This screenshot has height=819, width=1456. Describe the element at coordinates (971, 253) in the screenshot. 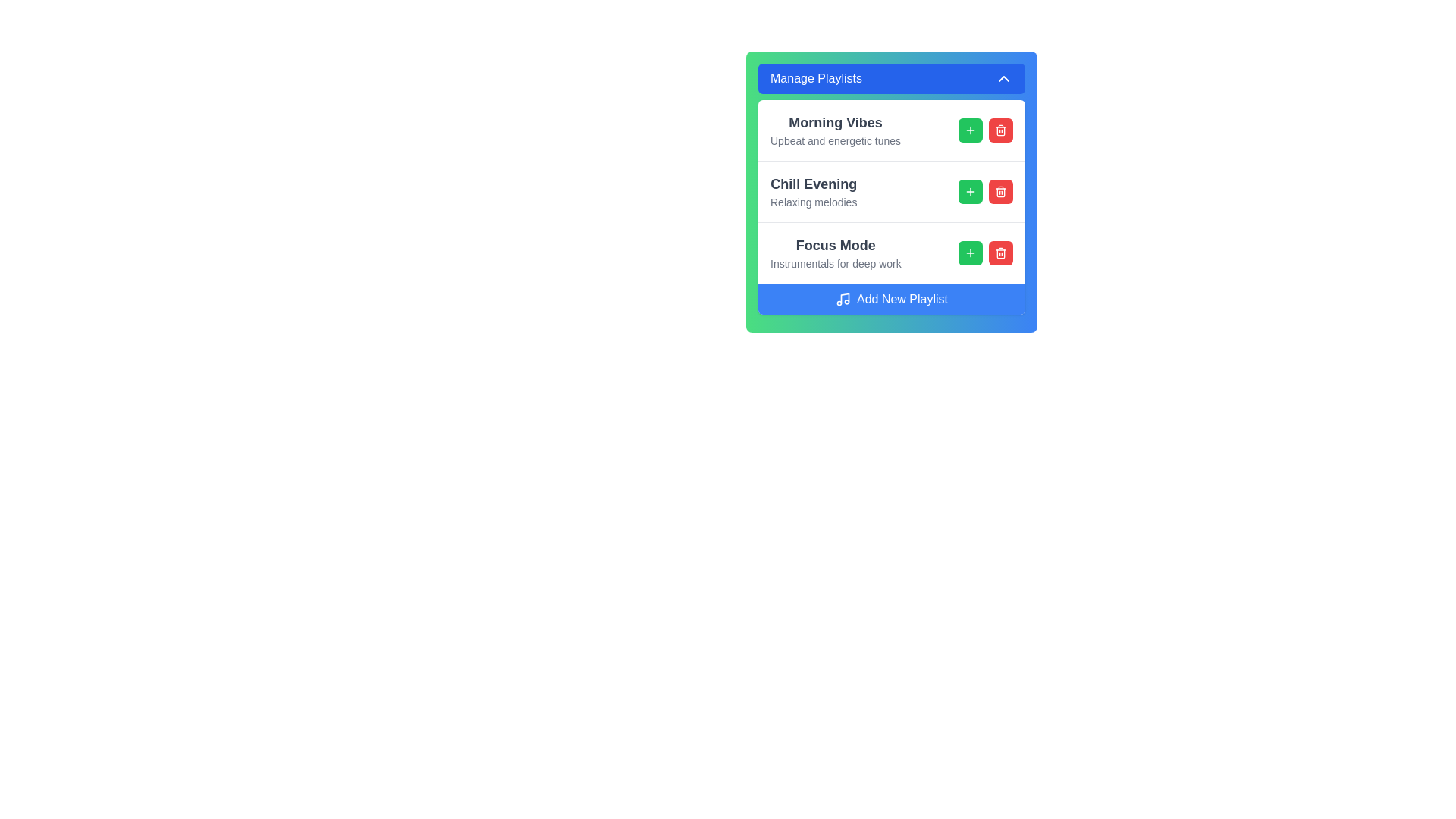

I see `the Icon button located in the 'Focus Mode' playlist row` at that location.